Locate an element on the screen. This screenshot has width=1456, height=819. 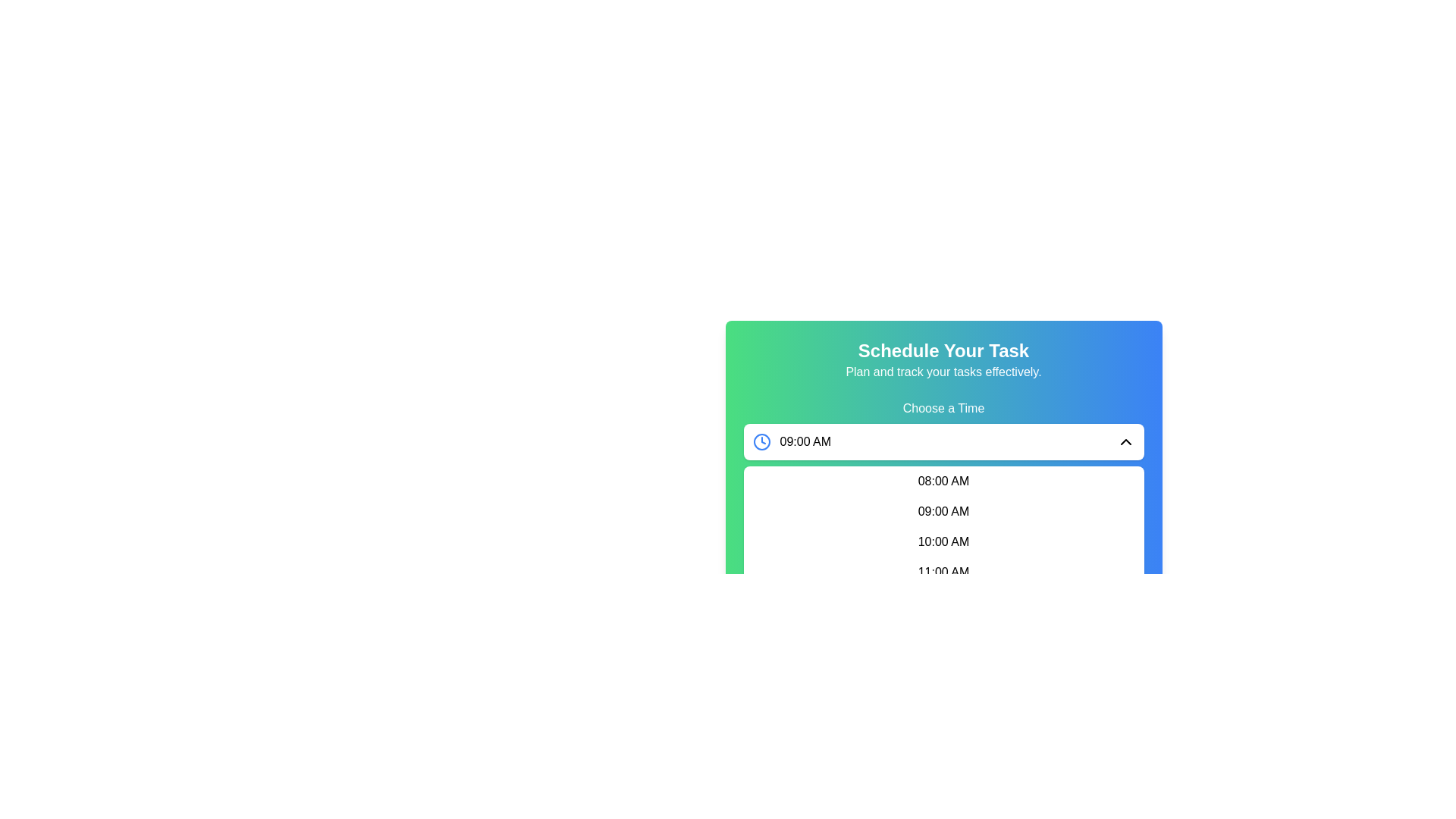
the static text label displaying 'Choose a Time' in white font on a gradient blue background, located at the top of the scheduling interface is located at coordinates (943, 408).